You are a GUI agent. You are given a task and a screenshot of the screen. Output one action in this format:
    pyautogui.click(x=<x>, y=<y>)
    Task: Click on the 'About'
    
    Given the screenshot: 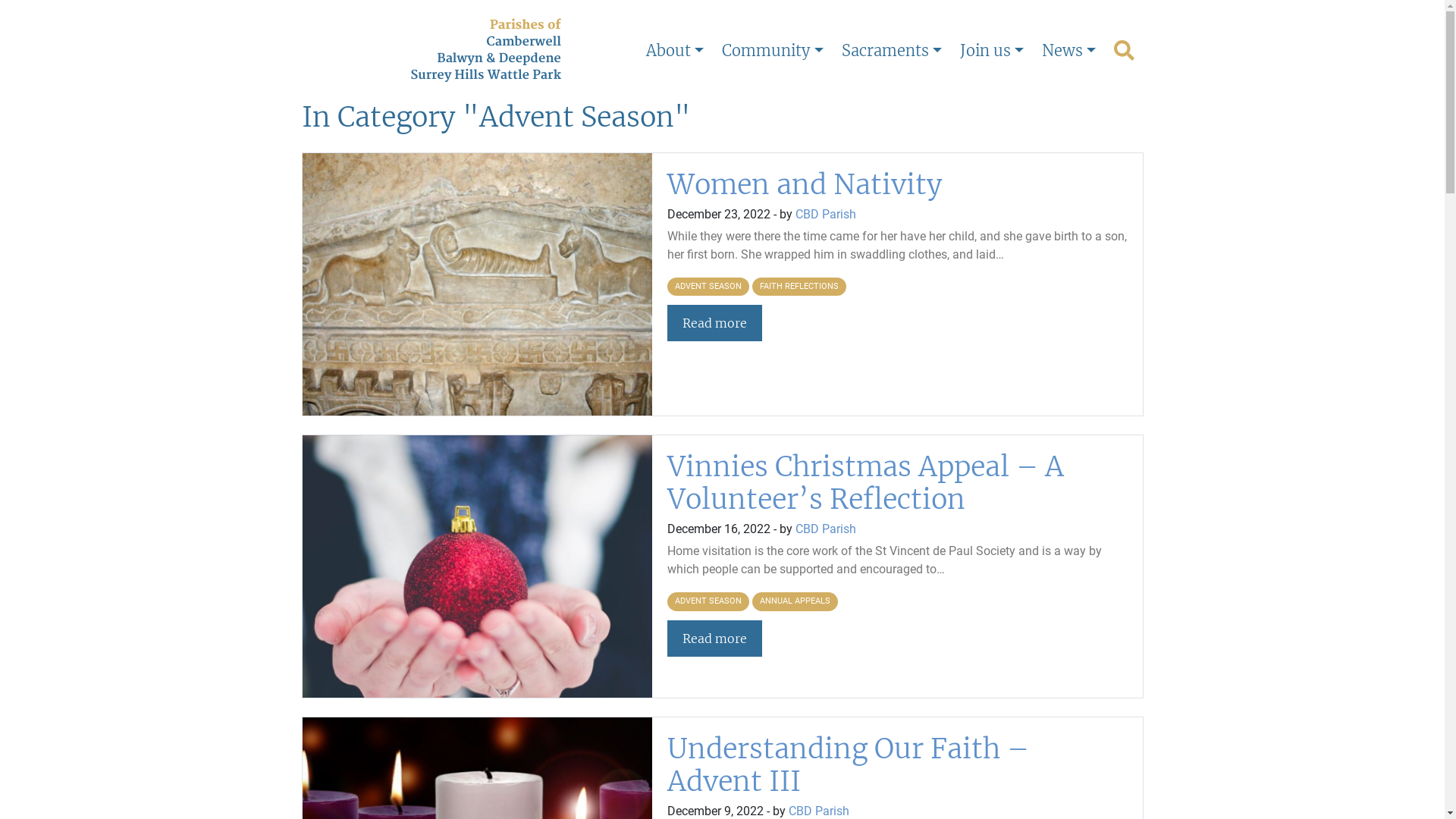 What is the action you would take?
    pyautogui.click(x=673, y=49)
    